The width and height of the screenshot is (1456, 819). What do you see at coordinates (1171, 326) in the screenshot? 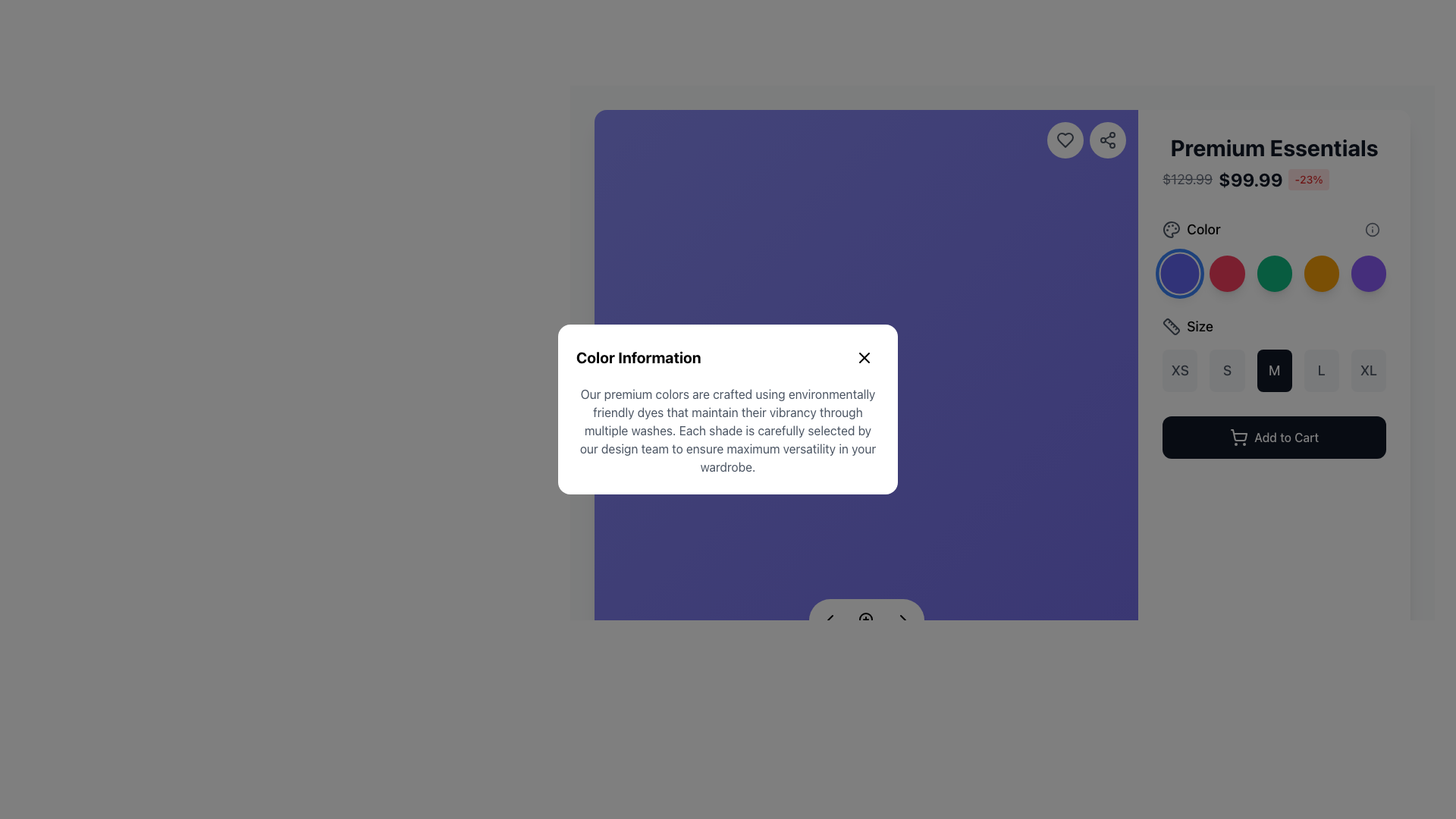
I see `the ruler icon located in the 'Size' section, positioned to the left of the text 'Size.'` at bounding box center [1171, 326].